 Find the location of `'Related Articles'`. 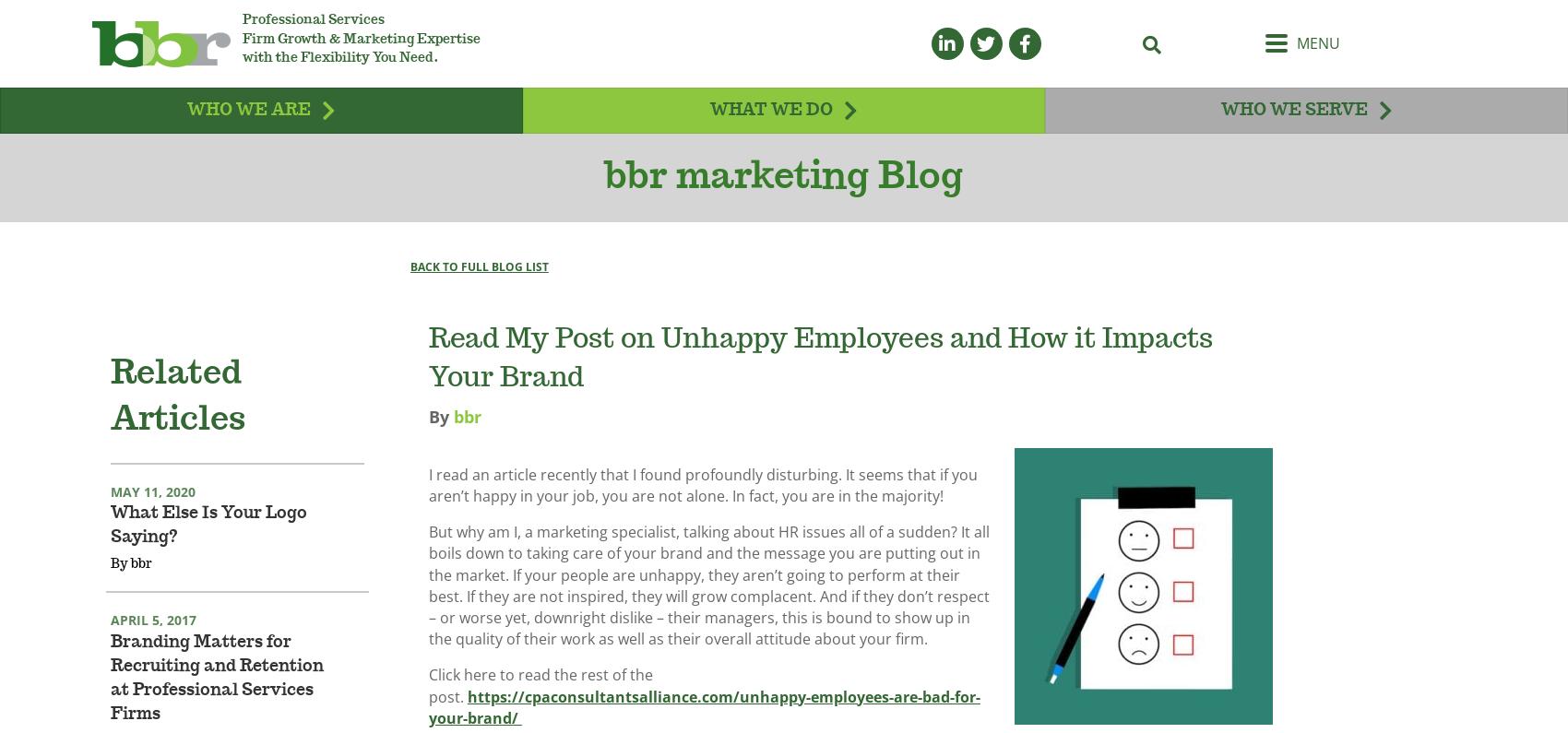

'Related Articles' is located at coordinates (177, 420).